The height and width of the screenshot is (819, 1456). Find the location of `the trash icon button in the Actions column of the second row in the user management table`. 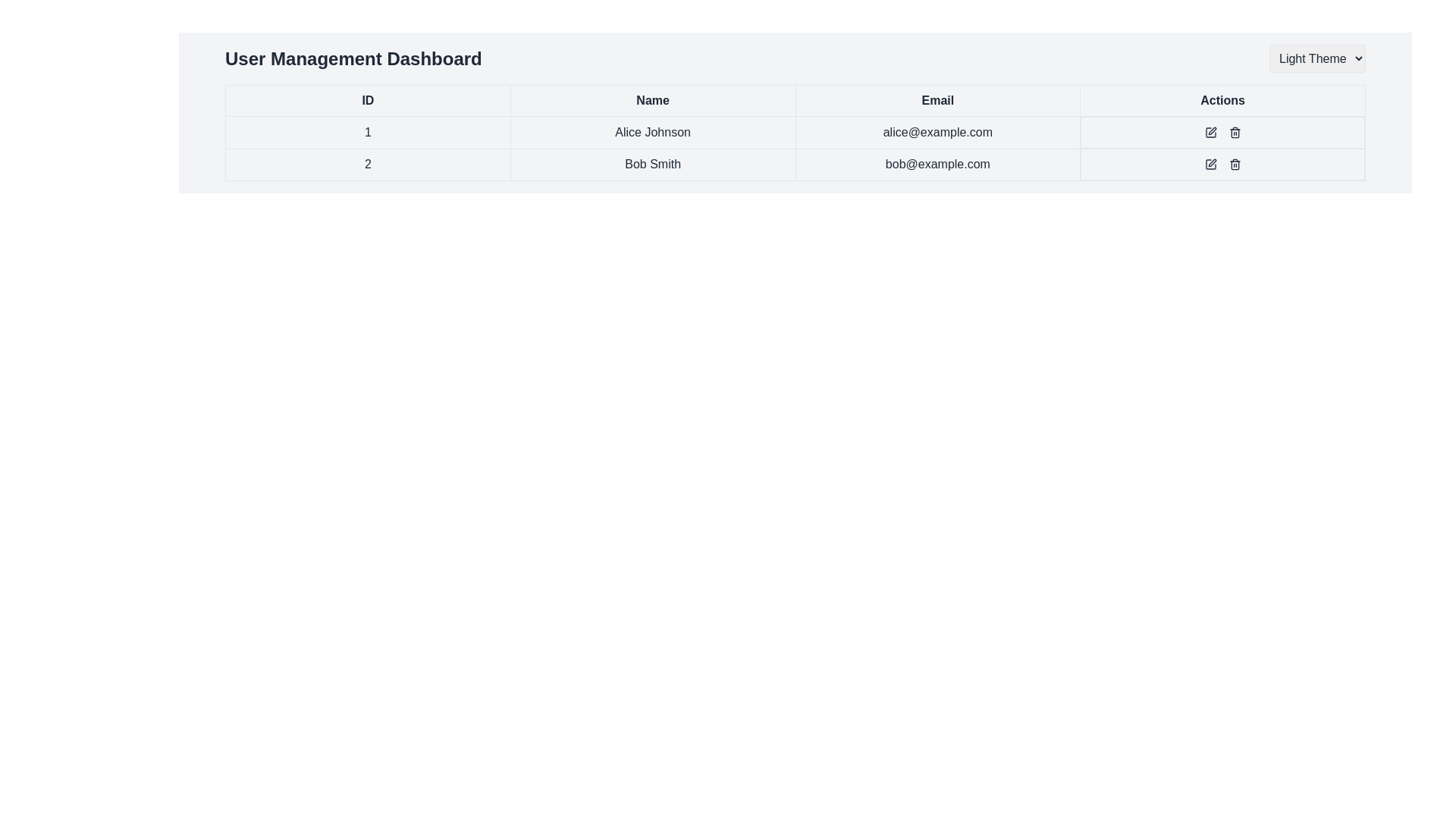

the trash icon button in the Actions column of the second row in the user management table is located at coordinates (1235, 164).